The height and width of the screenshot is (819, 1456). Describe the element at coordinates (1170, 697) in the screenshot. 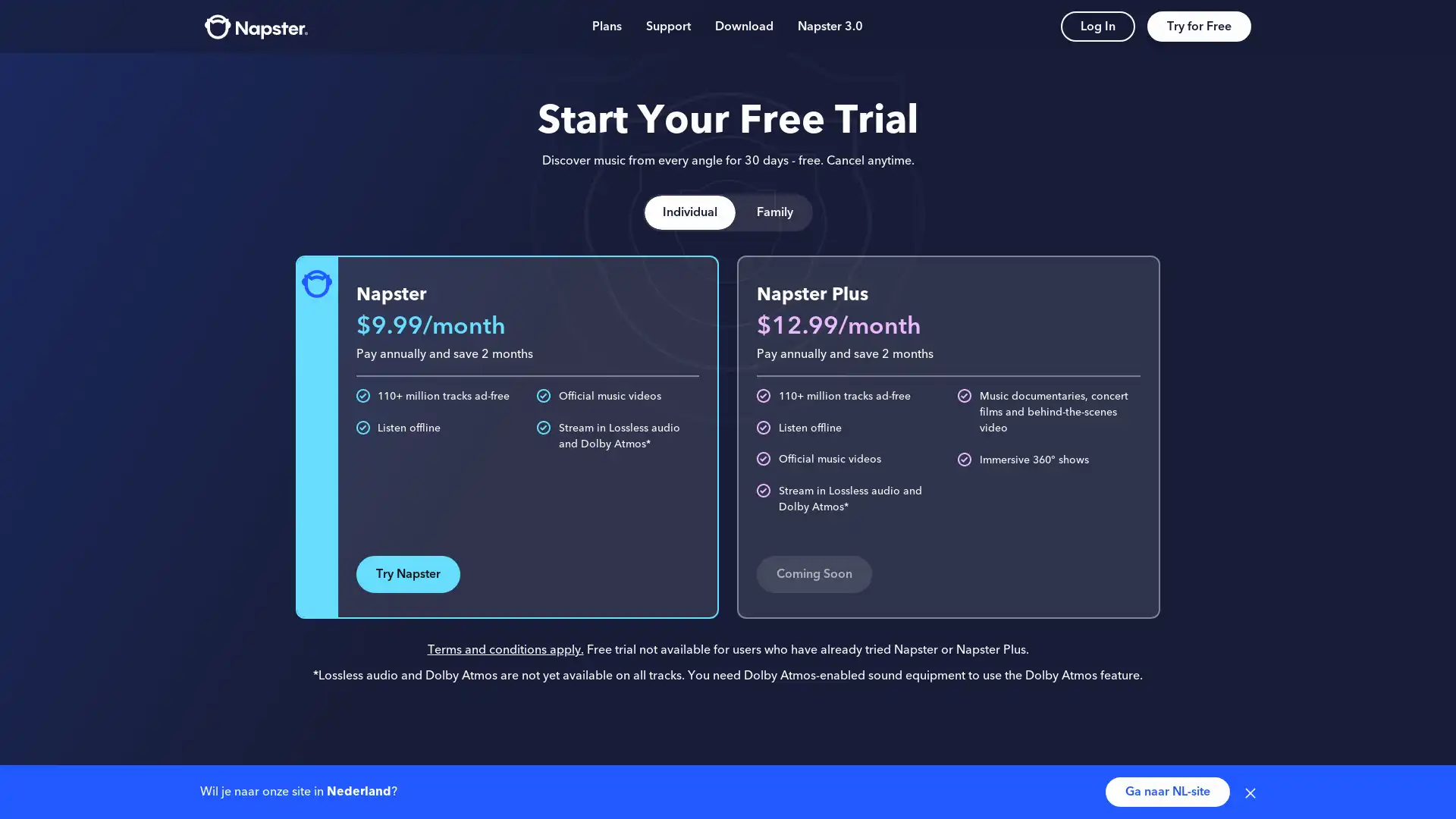

I see `Reject` at that location.